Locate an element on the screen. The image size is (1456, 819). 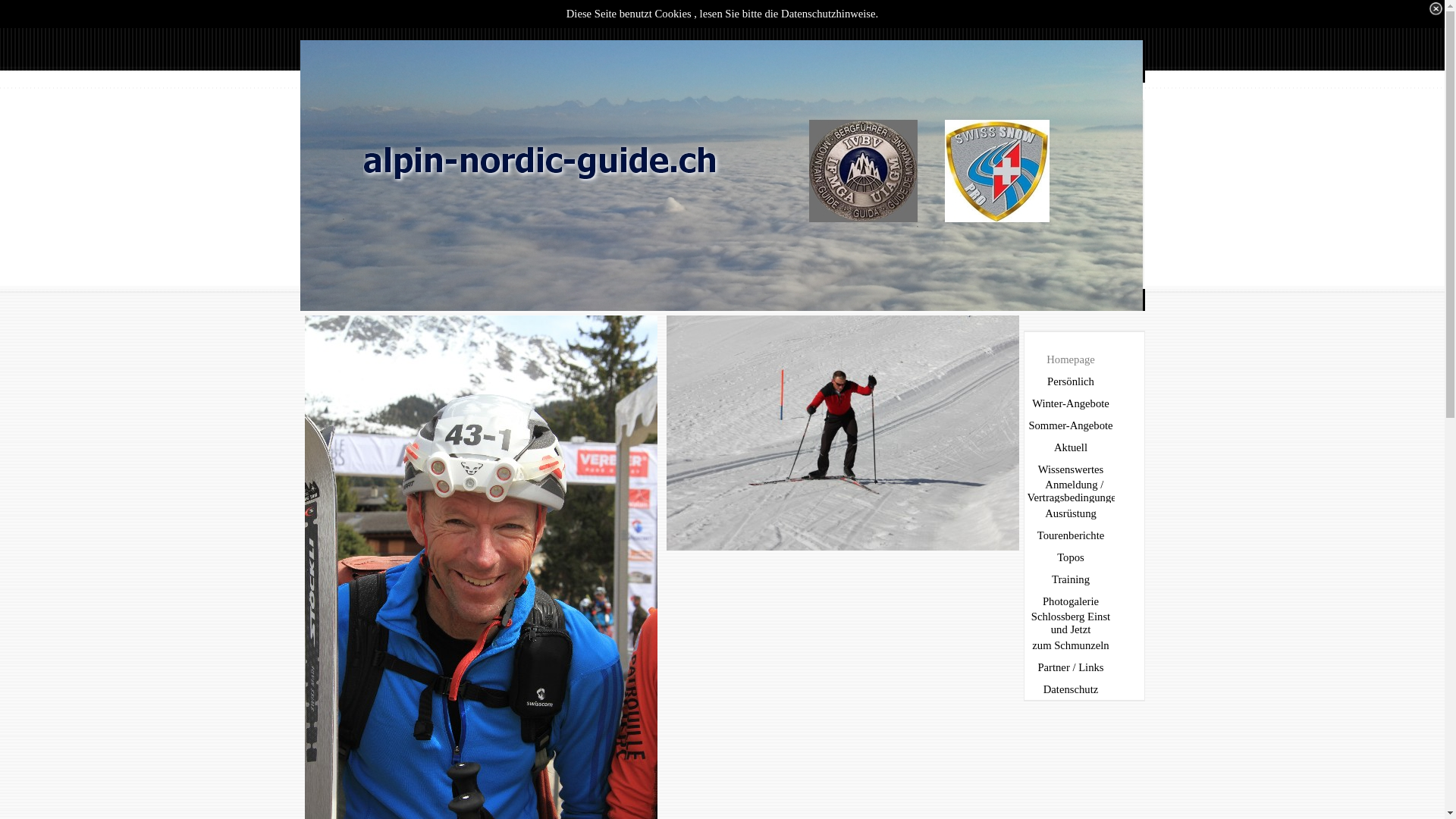
'Tourenberichte' is located at coordinates (1026, 535).